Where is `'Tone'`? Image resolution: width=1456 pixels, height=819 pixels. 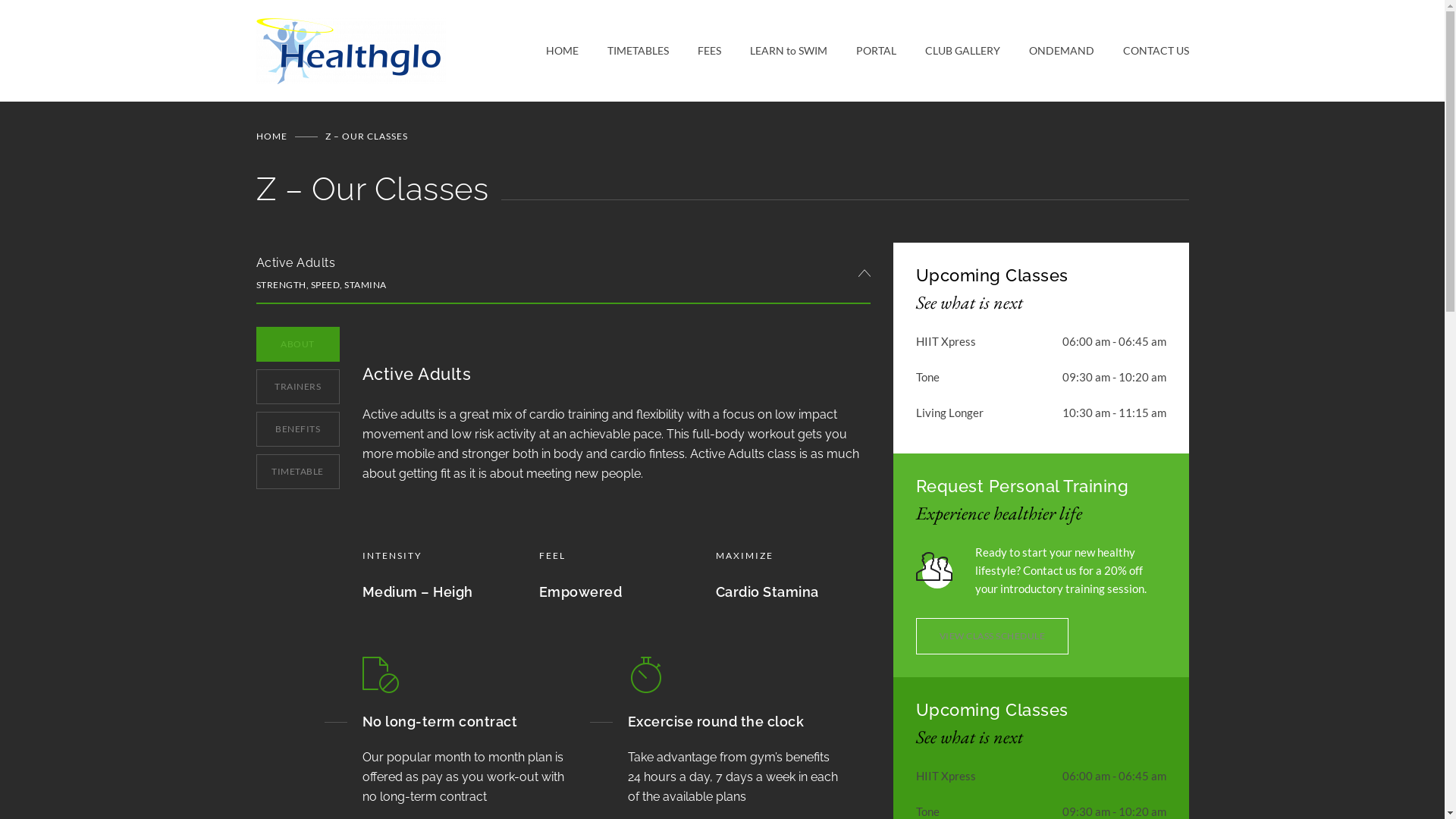 'Tone' is located at coordinates (927, 376).